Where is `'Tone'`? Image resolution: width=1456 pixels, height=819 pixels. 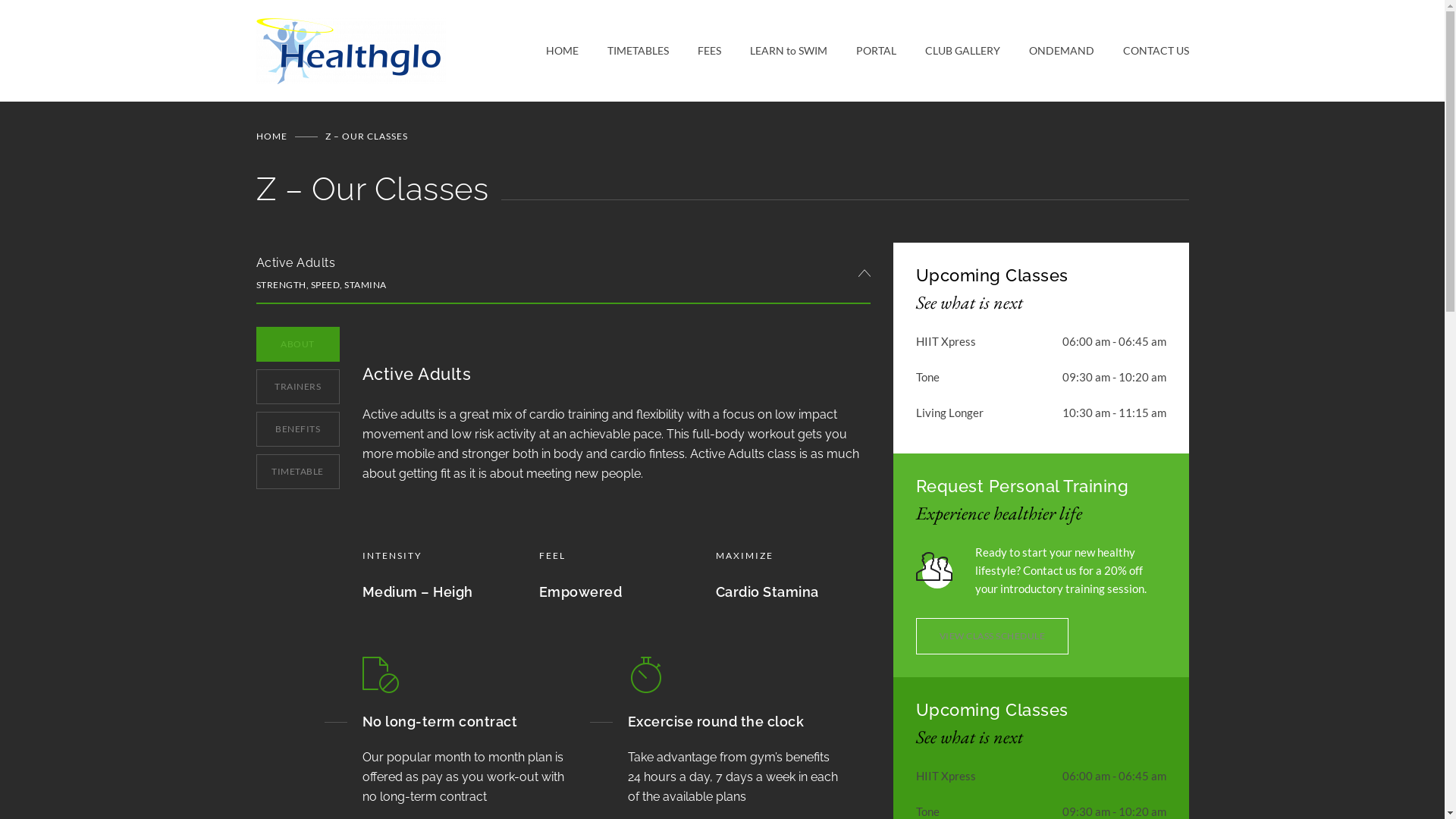 'Tone' is located at coordinates (927, 376).